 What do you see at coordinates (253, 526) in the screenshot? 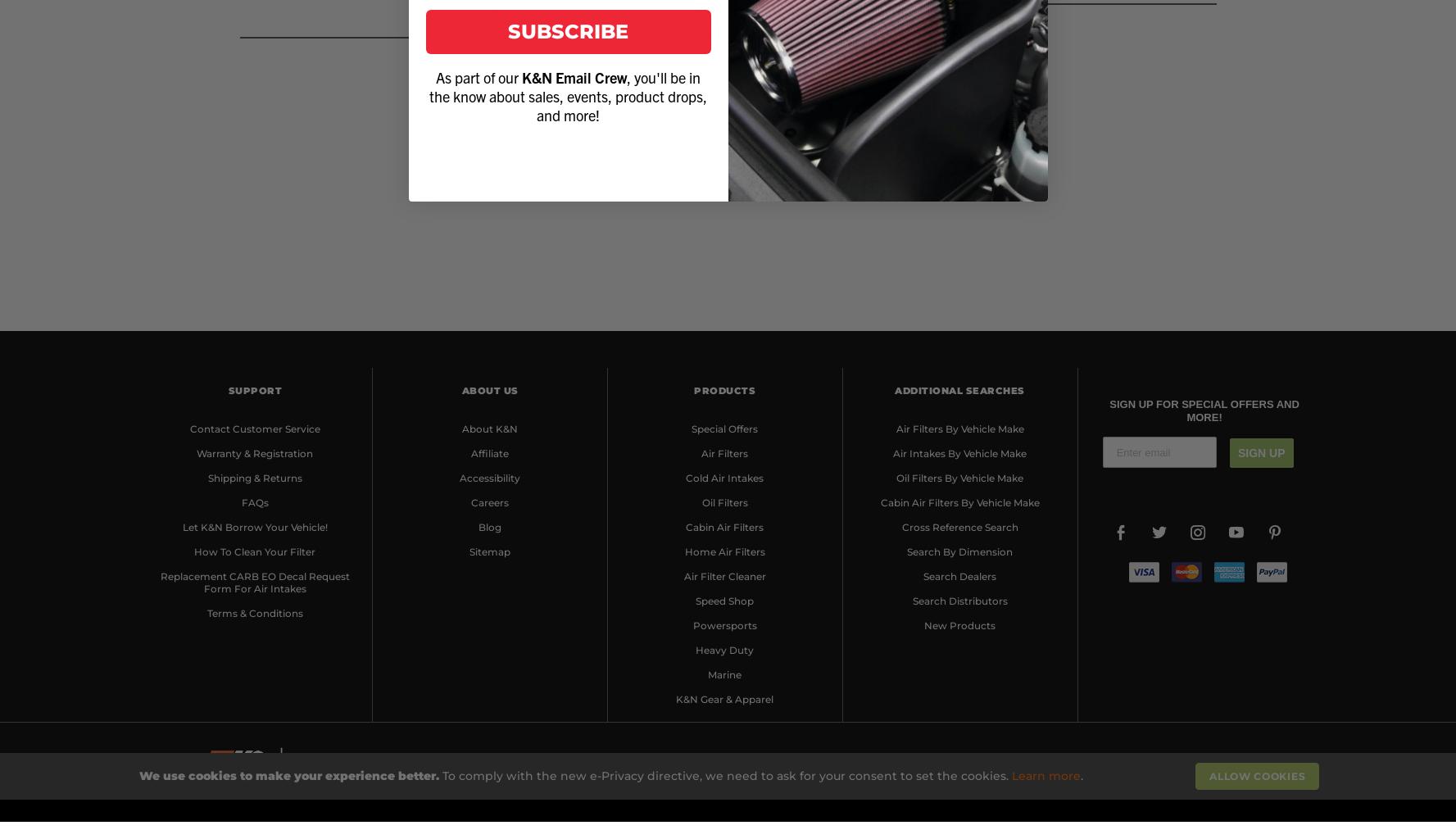
I see `'Let K&N Borrow Your Vehicle!'` at bounding box center [253, 526].